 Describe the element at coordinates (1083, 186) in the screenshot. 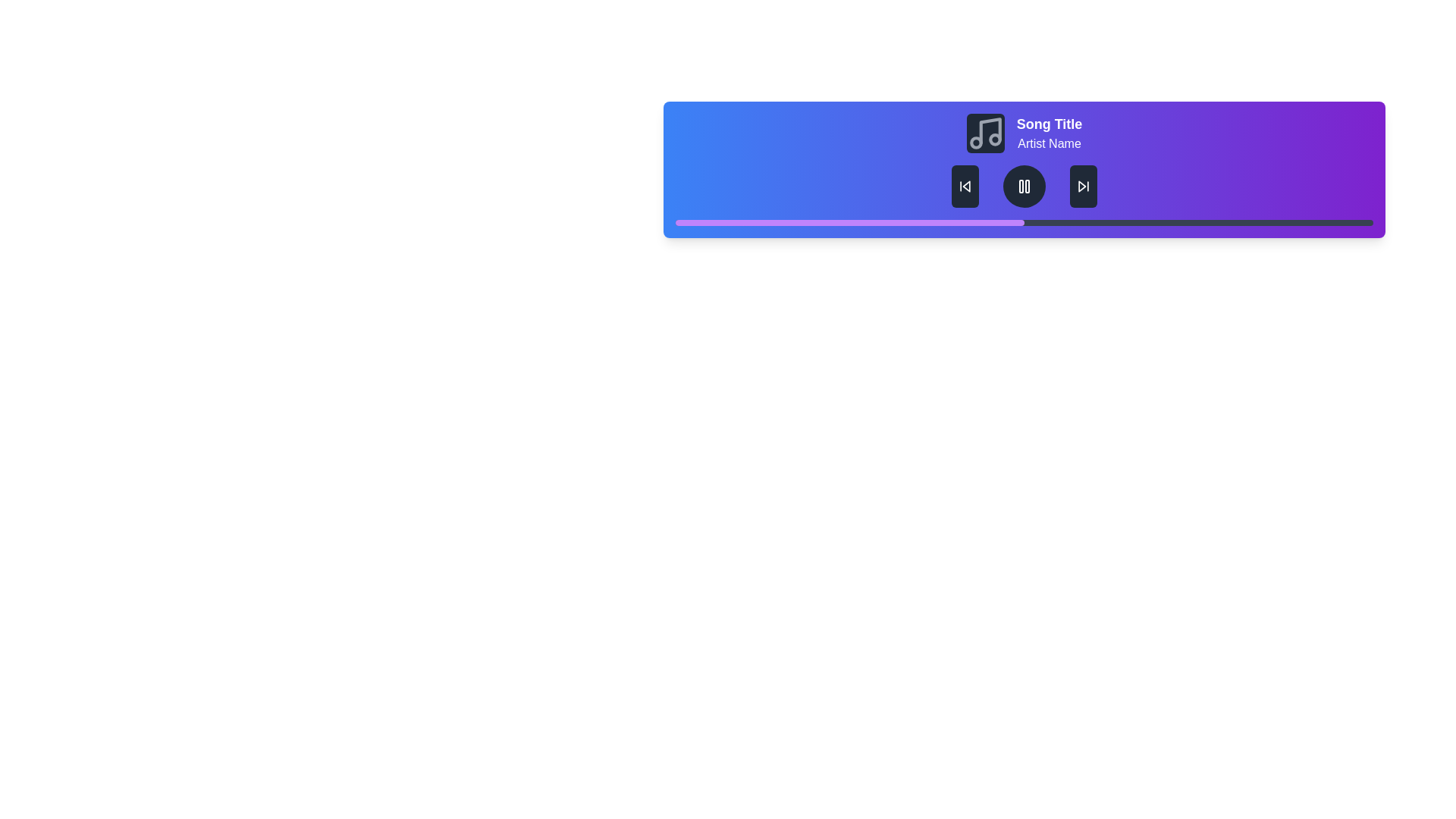

I see `the skip-forward button located at the far right among the three primary buttons to advance to the next track` at that location.